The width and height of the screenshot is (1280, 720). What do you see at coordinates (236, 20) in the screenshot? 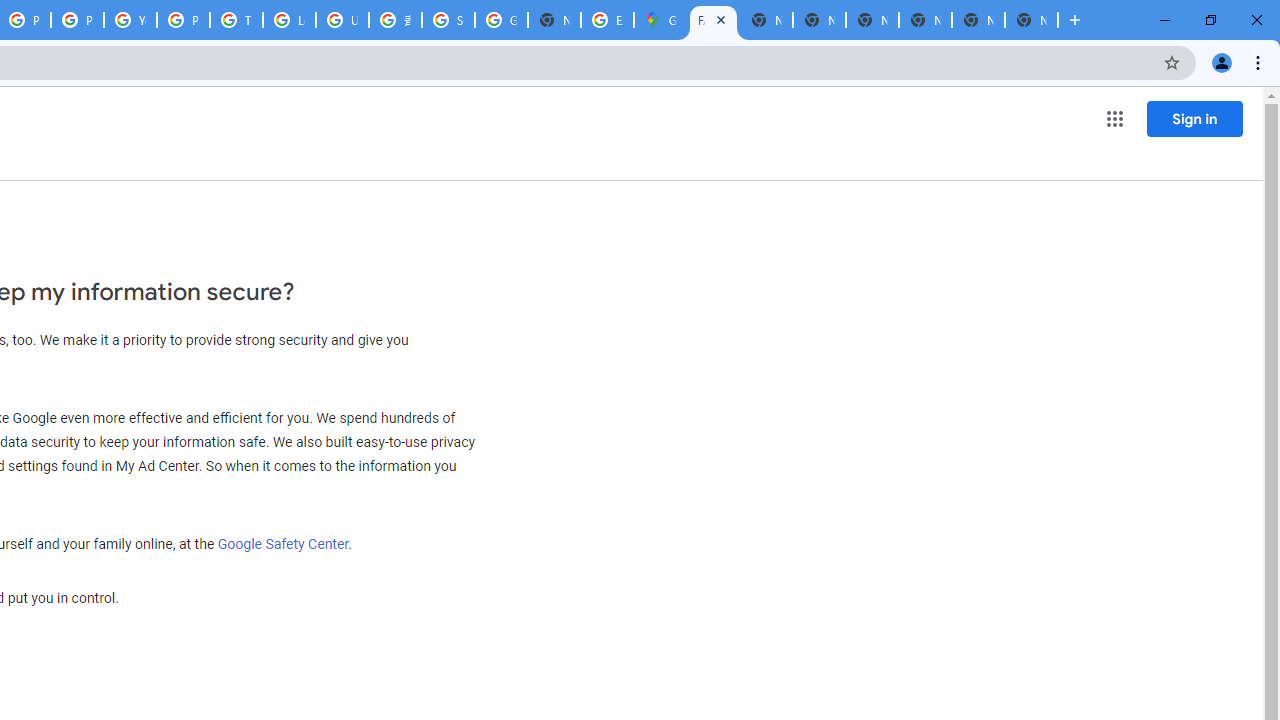
I see `'Tips & tricks for Chrome - Google Chrome Help'` at bounding box center [236, 20].